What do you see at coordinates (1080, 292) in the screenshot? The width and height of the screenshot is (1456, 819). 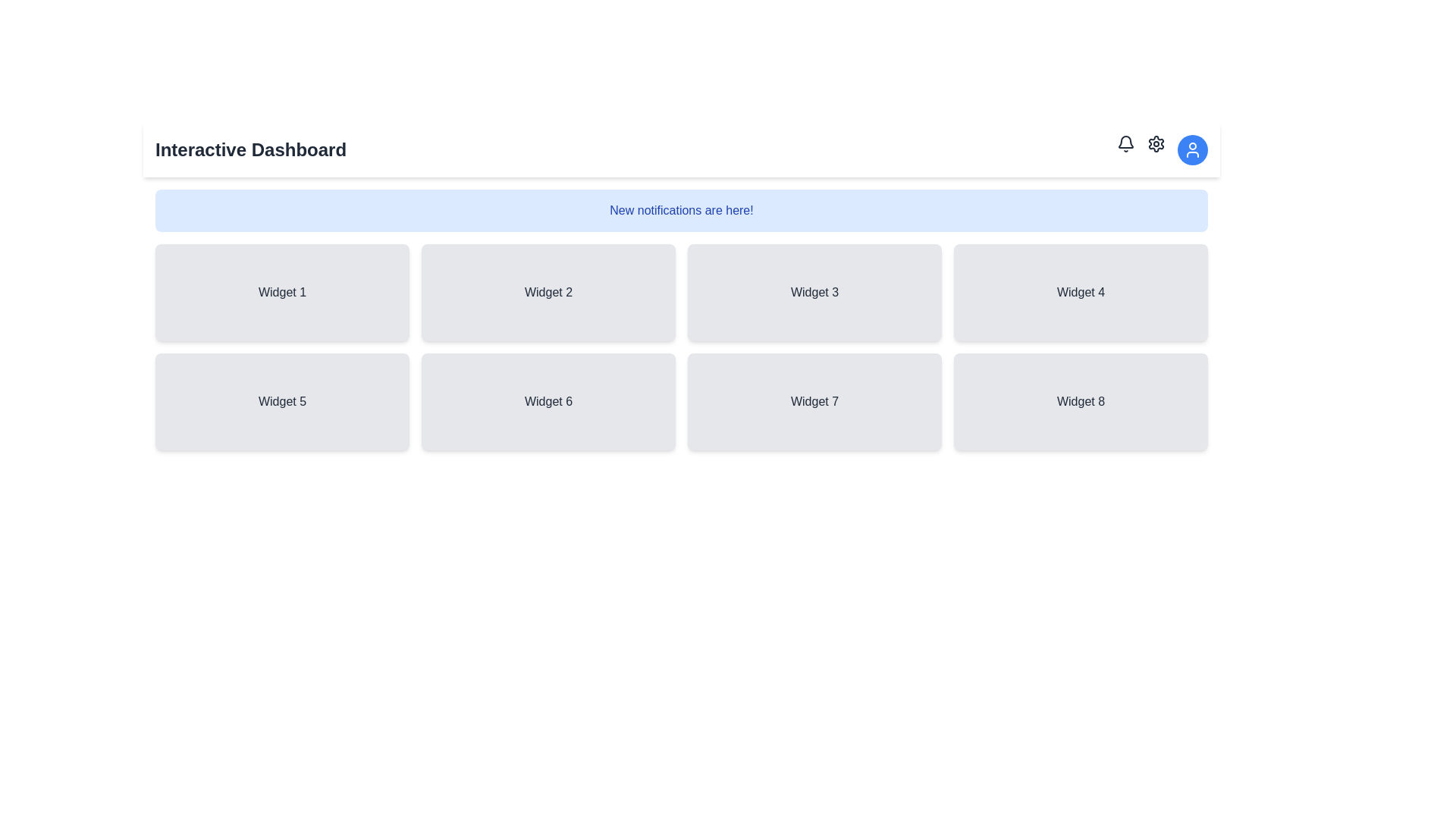 I see `the 'Widget 4' card containing the text label in the second row and fourth column of the grid layout for navigation or interaction` at bounding box center [1080, 292].